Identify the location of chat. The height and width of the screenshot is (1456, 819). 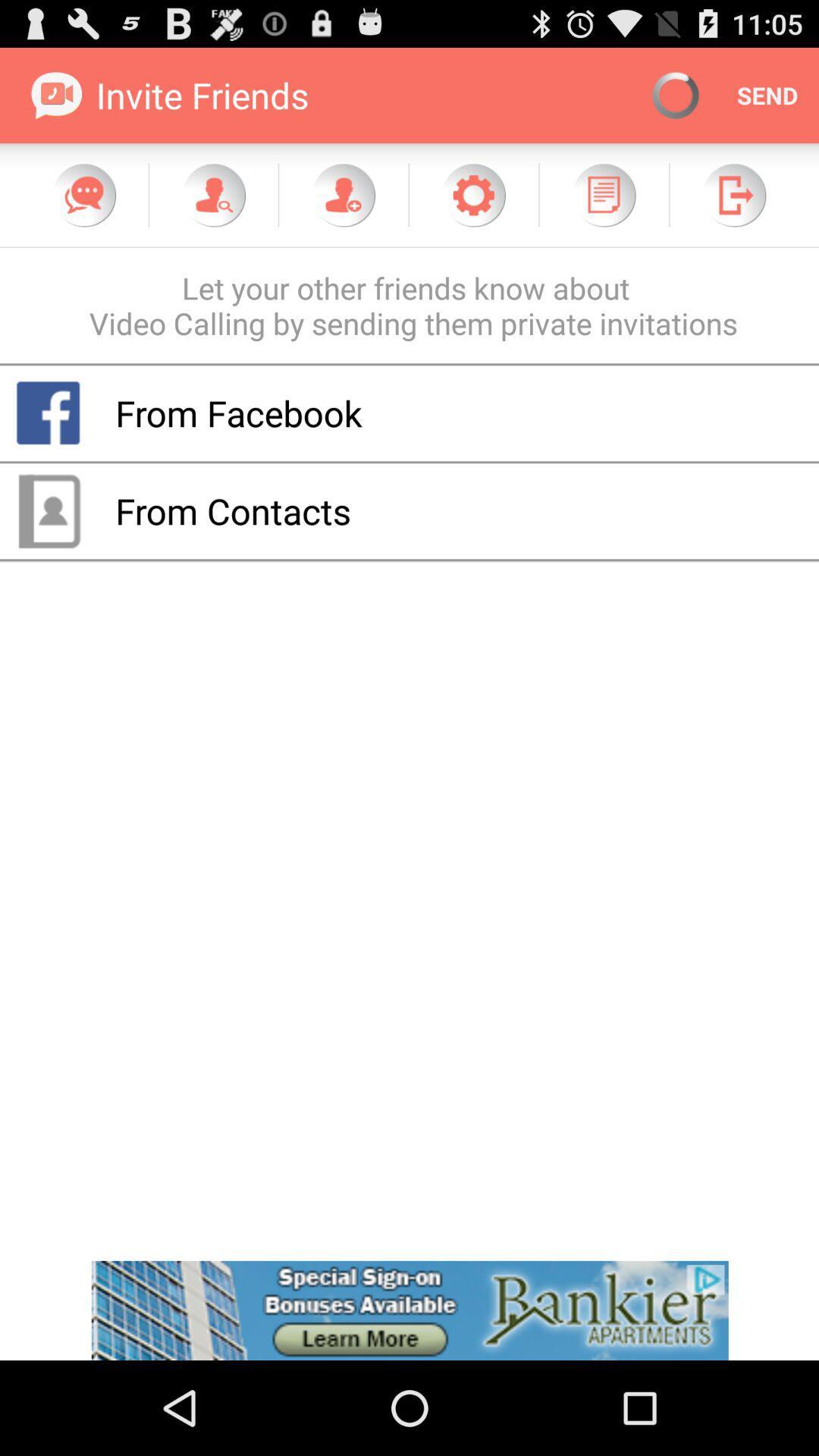
(84, 194).